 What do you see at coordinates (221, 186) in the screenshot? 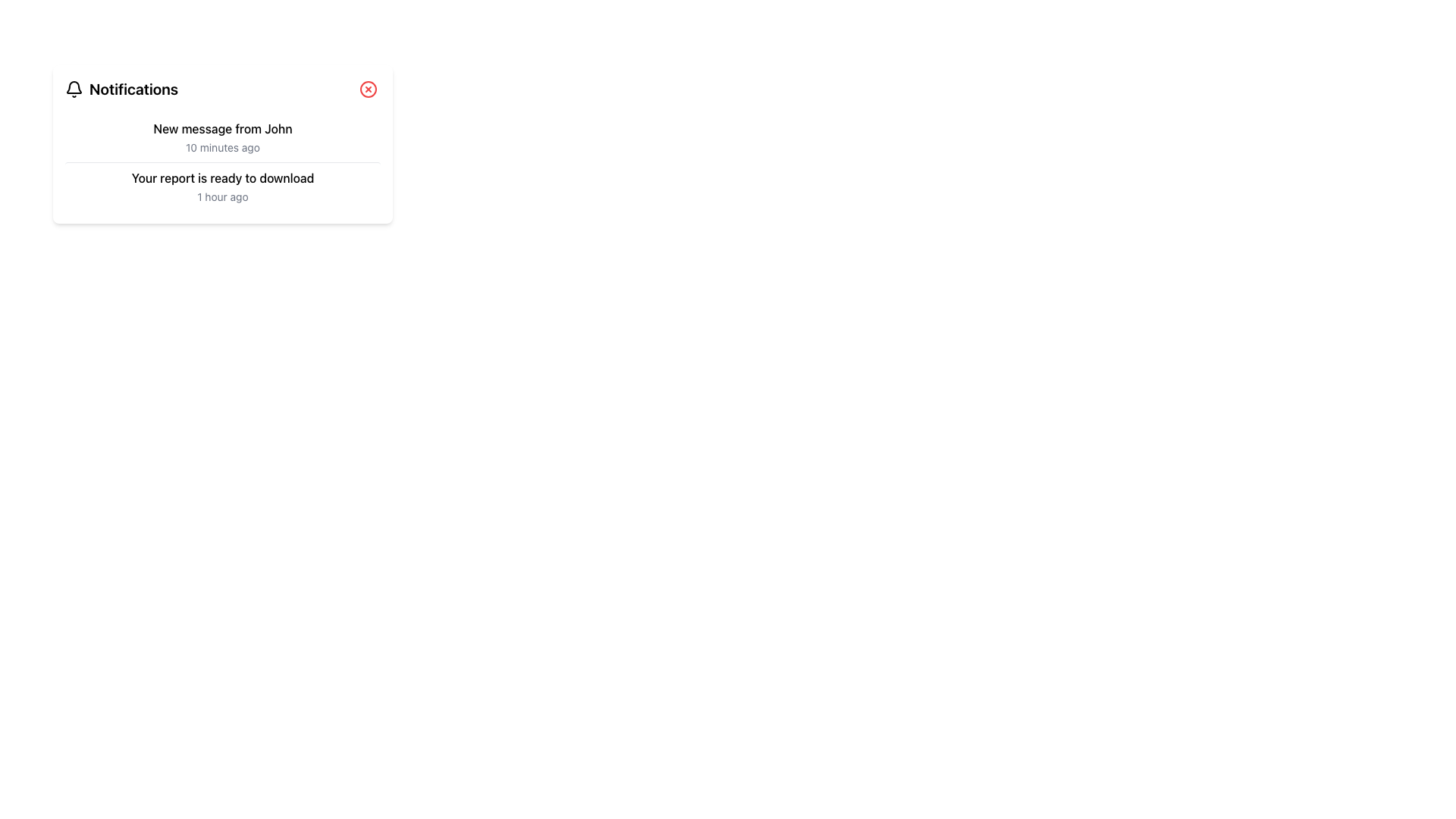
I see `the Notification item labeled 'Your report is ready to download' that appears beneath the notification 'New message from John' for more details or actions` at bounding box center [221, 186].